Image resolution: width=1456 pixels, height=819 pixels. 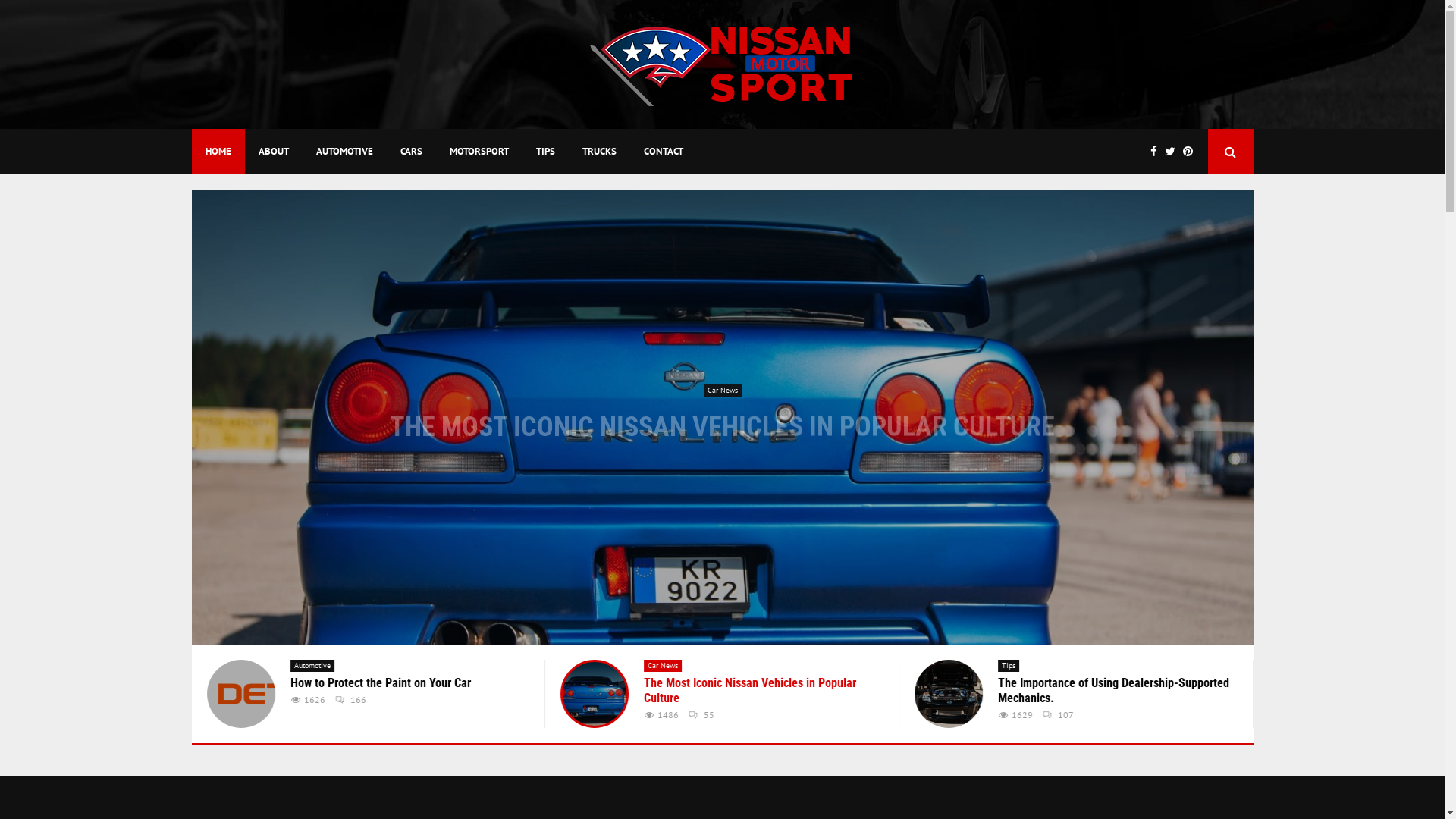 I want to click on 'CONTACT', so click(x=662, y=152).